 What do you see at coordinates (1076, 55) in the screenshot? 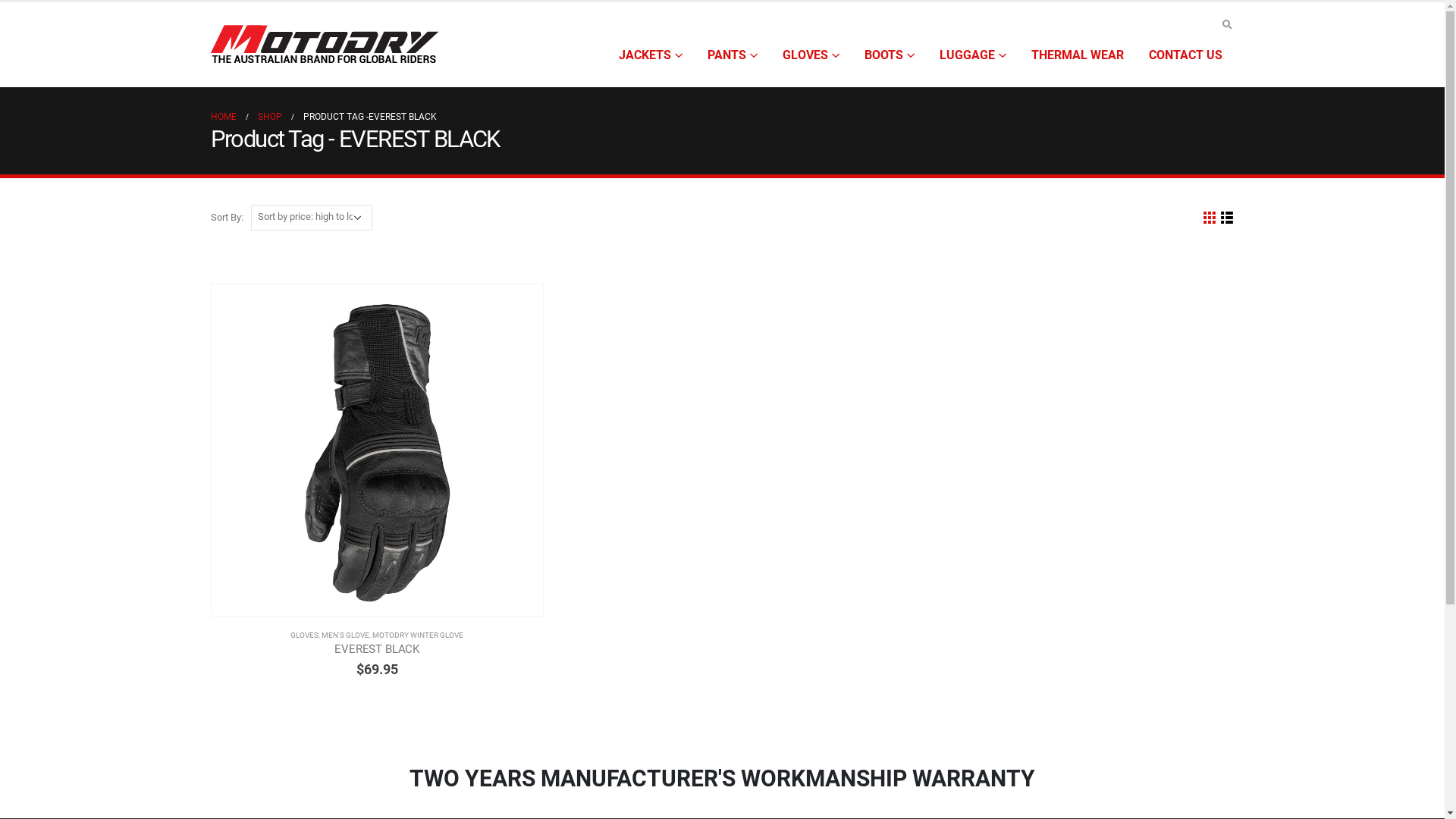
I see `'THERMAL WEAR'` at bounding box center [1076, 55].